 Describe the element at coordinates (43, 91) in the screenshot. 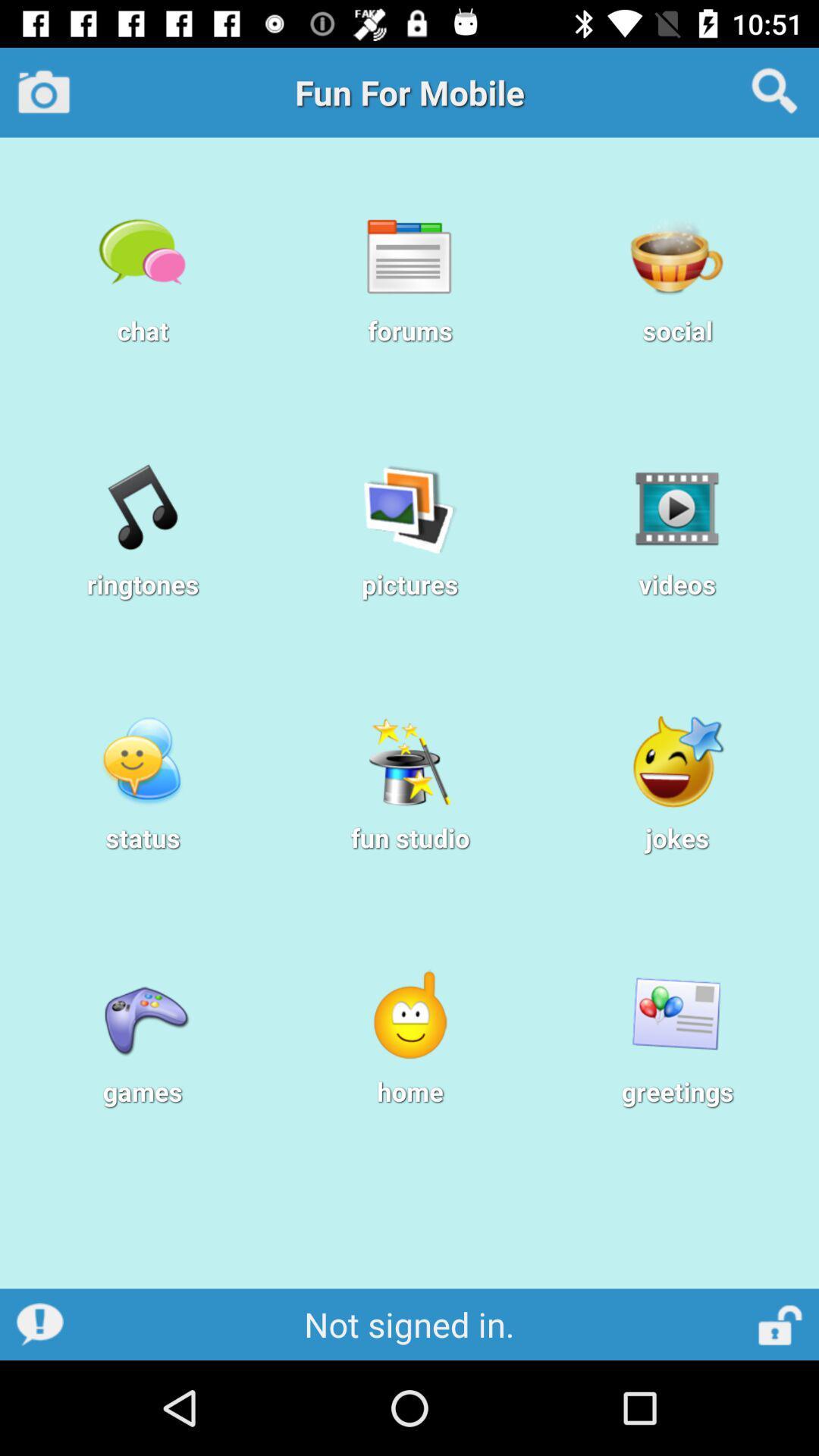

I see `the photo icon` at that location.